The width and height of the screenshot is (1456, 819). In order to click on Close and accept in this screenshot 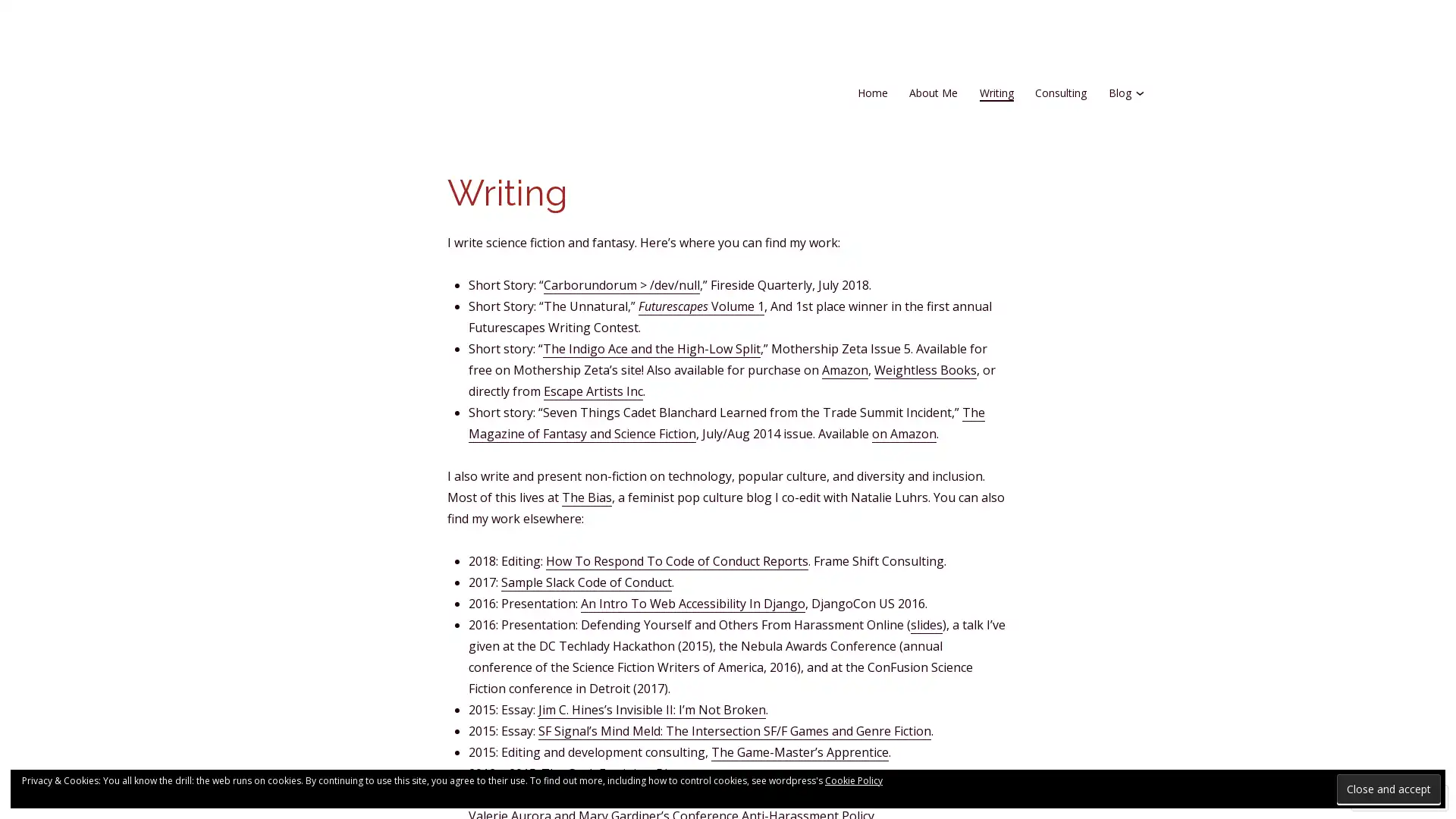, I will do `click(1389, 788)`.